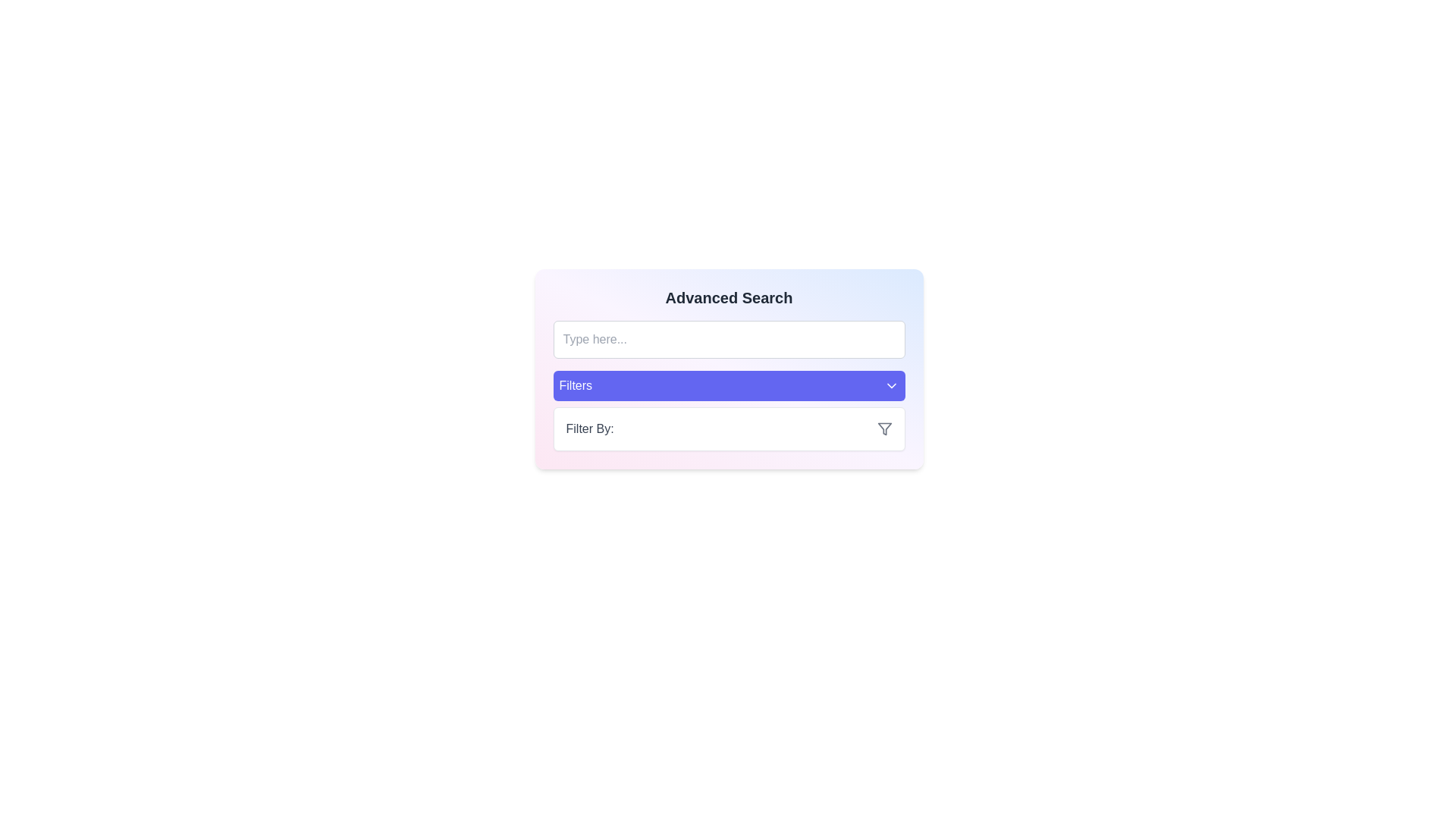 This screenshot has width=1456, height=819. Describe the element at coordinates (884, 429) in the screenshot. I see `the funnel-shaped graphic icon located in the bottom-right area of the 'Advanced Search' card, within the 'Filter By' section` at that location.